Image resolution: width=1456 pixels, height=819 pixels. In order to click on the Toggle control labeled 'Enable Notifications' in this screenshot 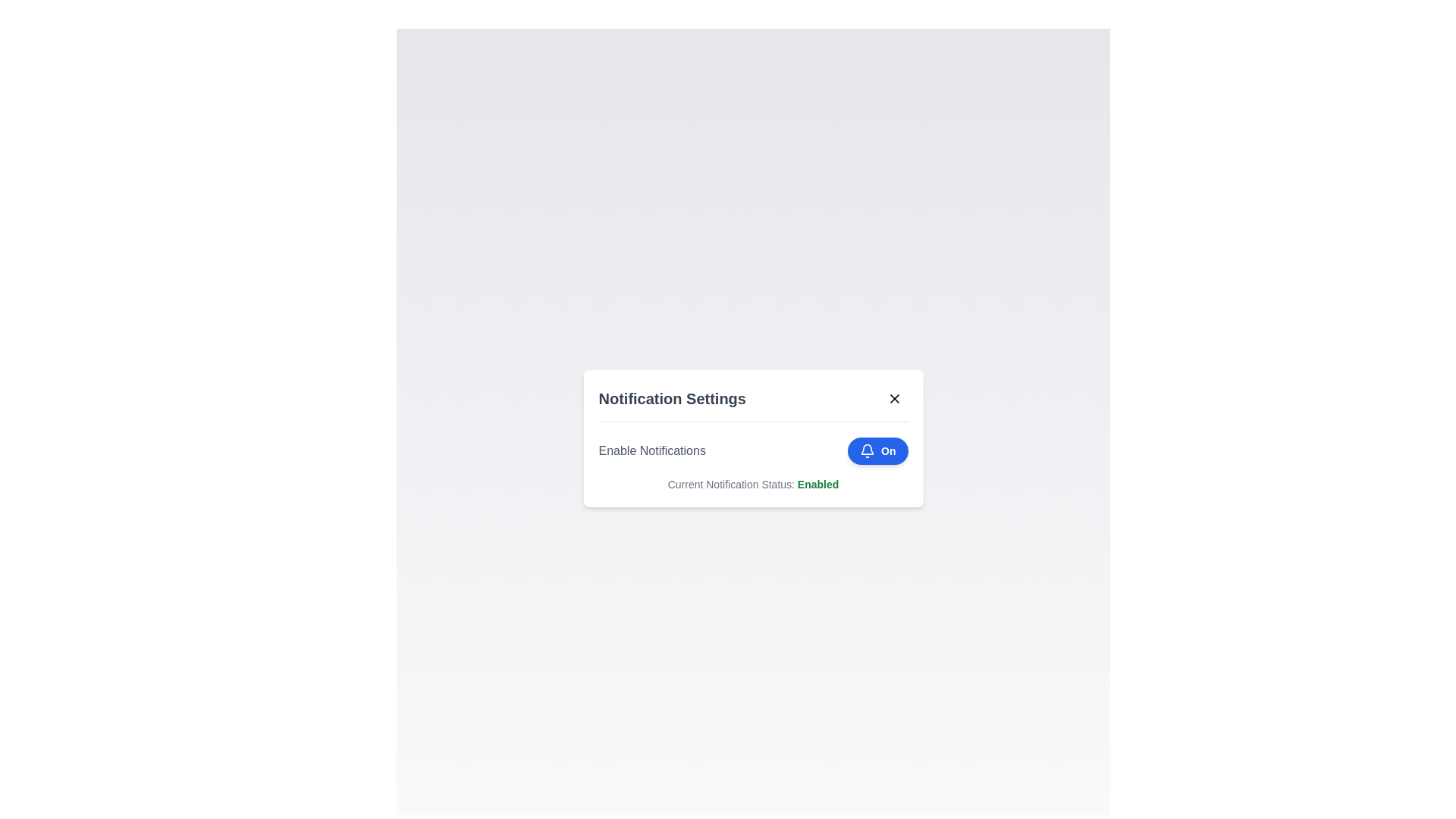, I will do `click(753, 450)`.